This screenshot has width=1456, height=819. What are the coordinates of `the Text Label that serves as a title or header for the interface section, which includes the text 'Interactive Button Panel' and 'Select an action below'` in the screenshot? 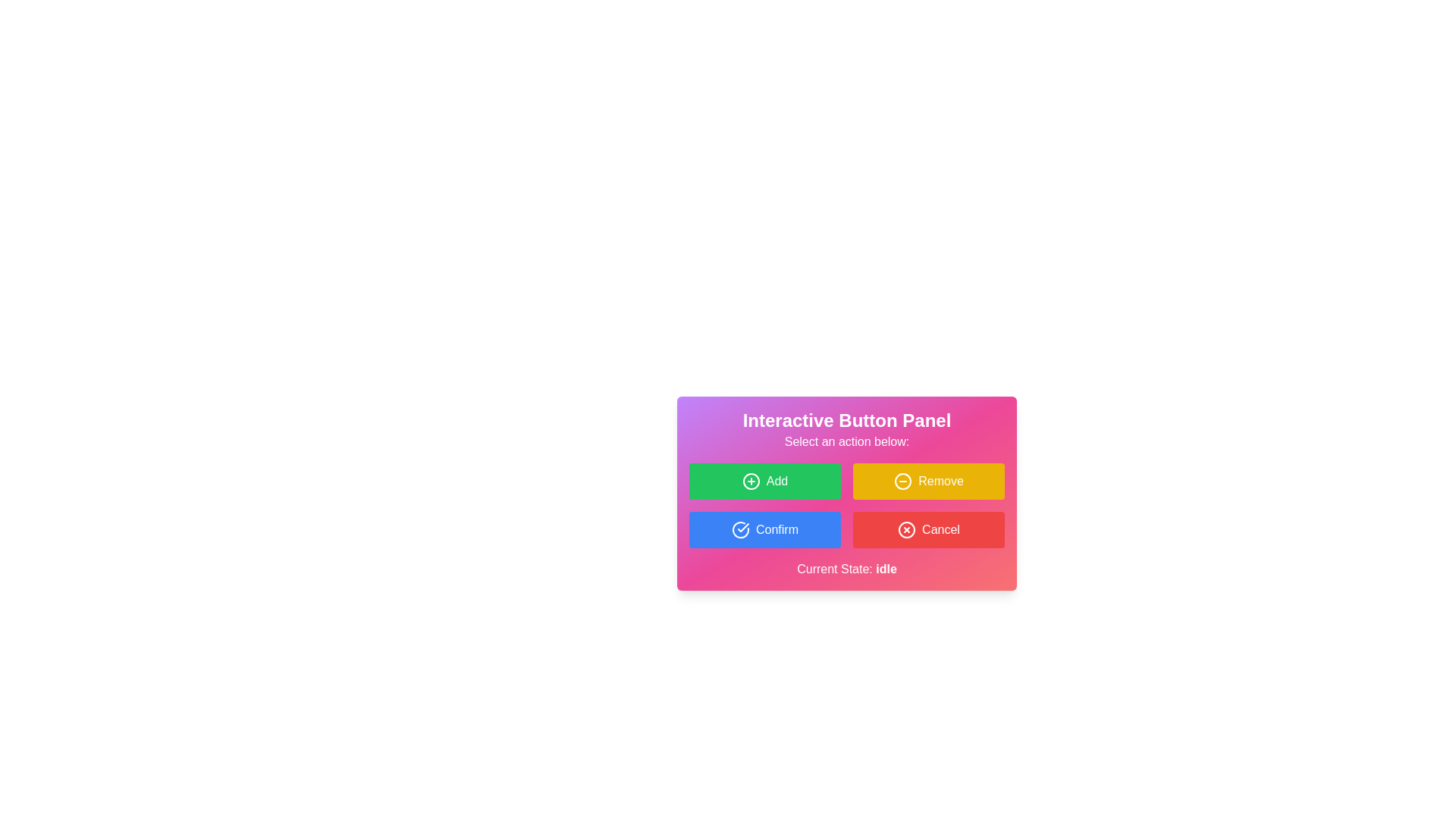 It's located at (846, 421).